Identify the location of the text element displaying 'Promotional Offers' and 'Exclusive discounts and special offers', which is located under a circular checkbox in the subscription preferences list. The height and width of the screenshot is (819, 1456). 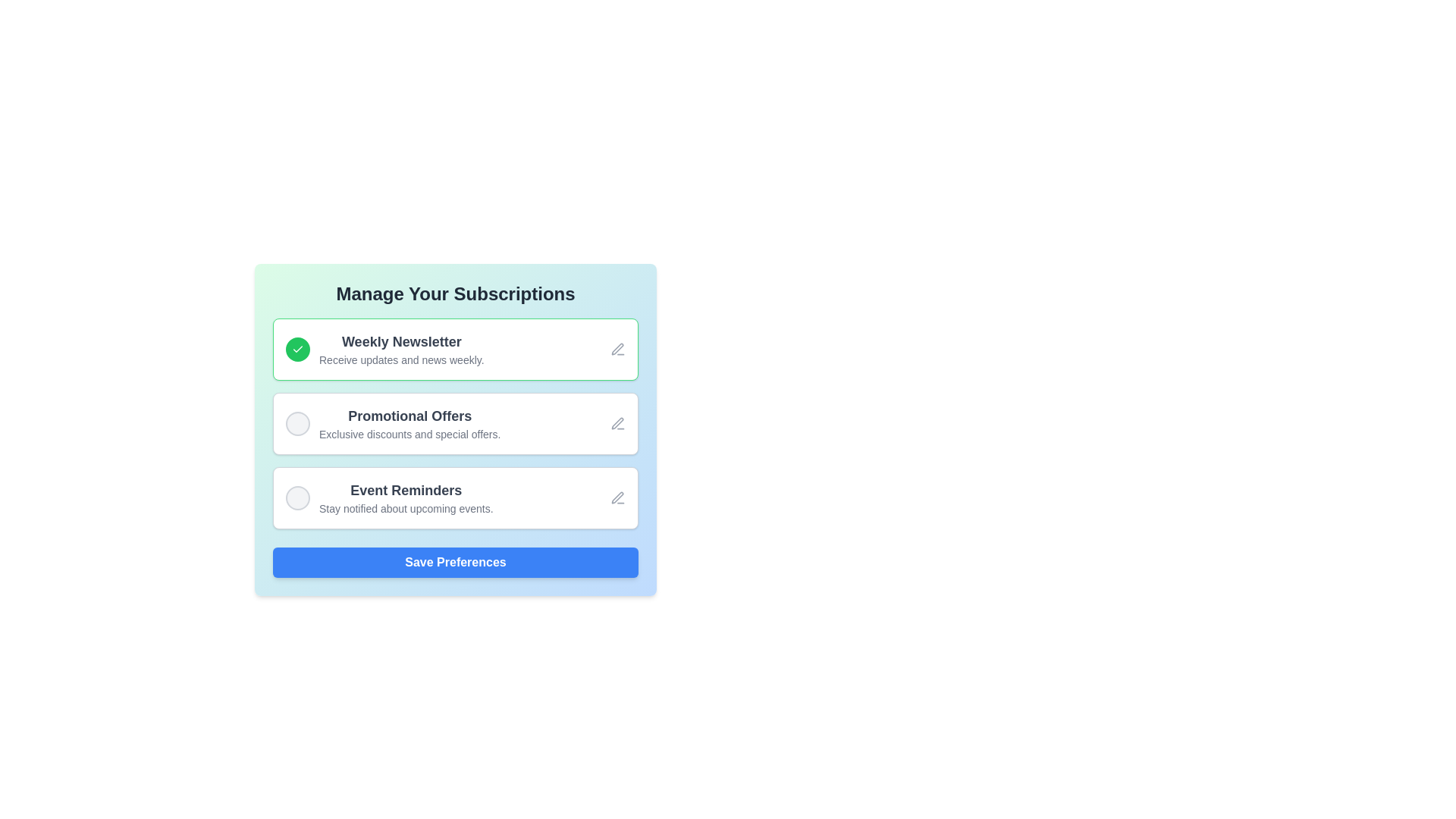
(409, 424).